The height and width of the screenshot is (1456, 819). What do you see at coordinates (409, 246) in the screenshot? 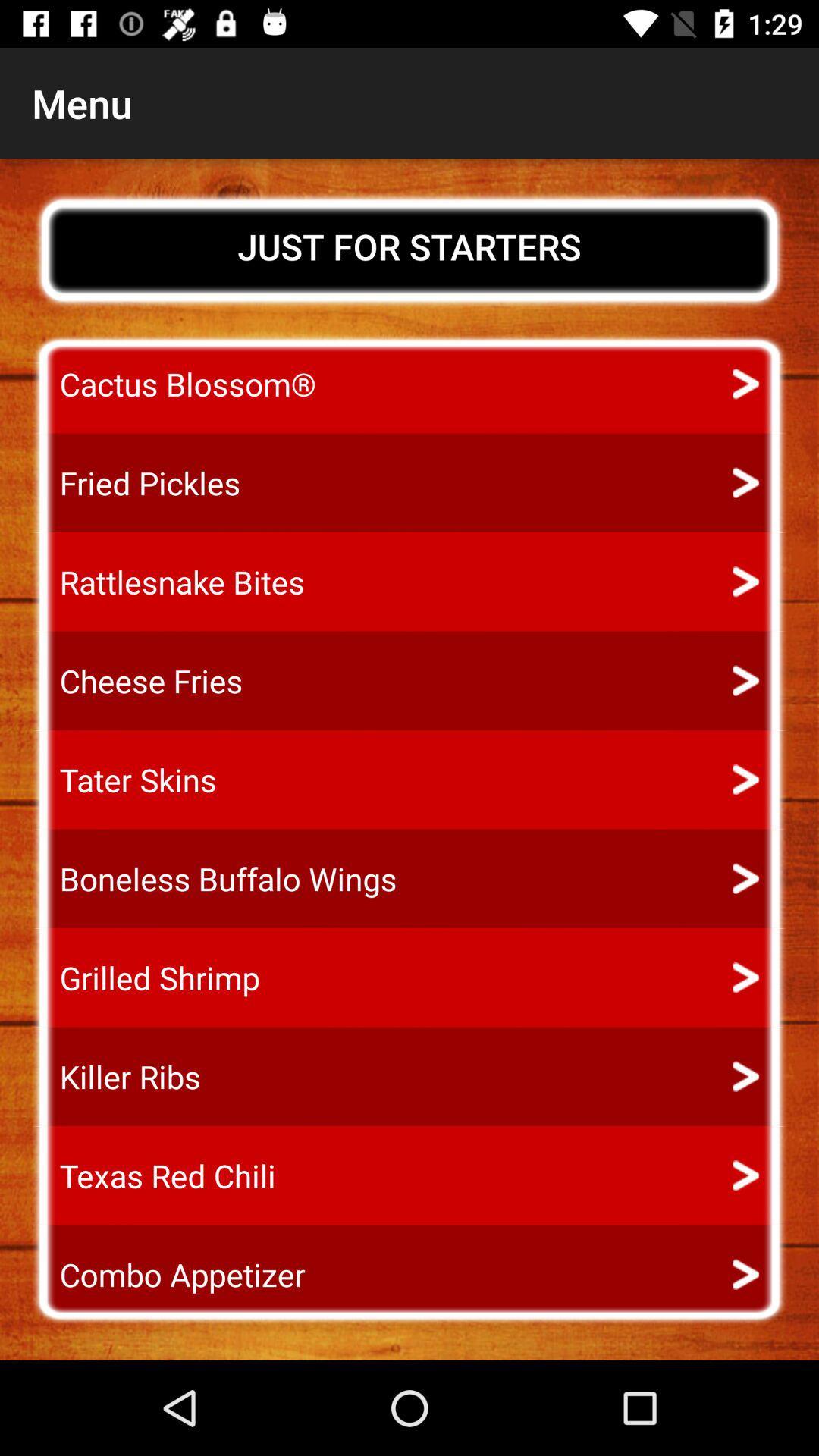
I see `app below menu icon` at bounding box center [409, 246].